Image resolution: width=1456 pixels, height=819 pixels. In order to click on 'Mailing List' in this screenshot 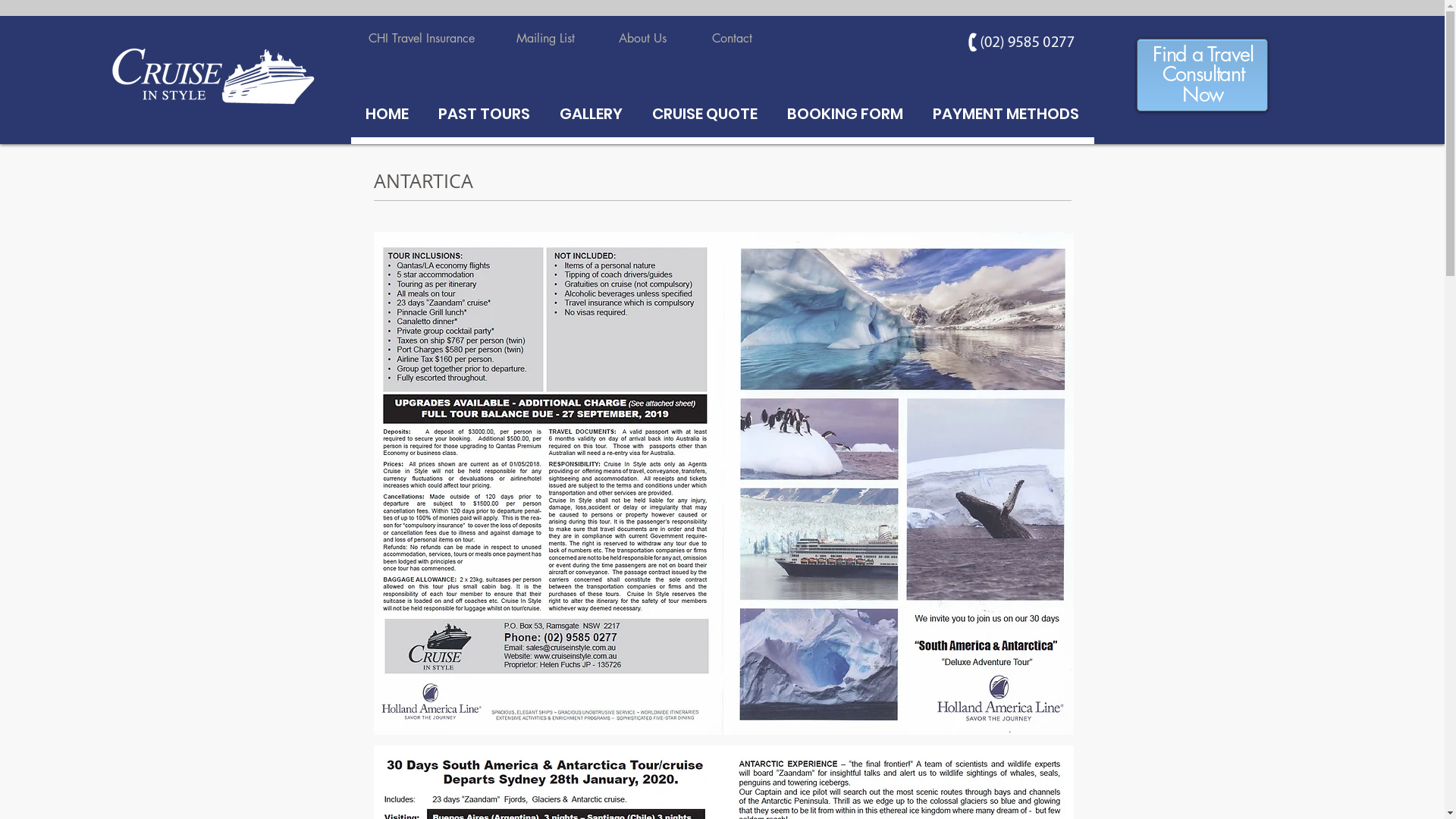, I will do `click(544, 38)`.